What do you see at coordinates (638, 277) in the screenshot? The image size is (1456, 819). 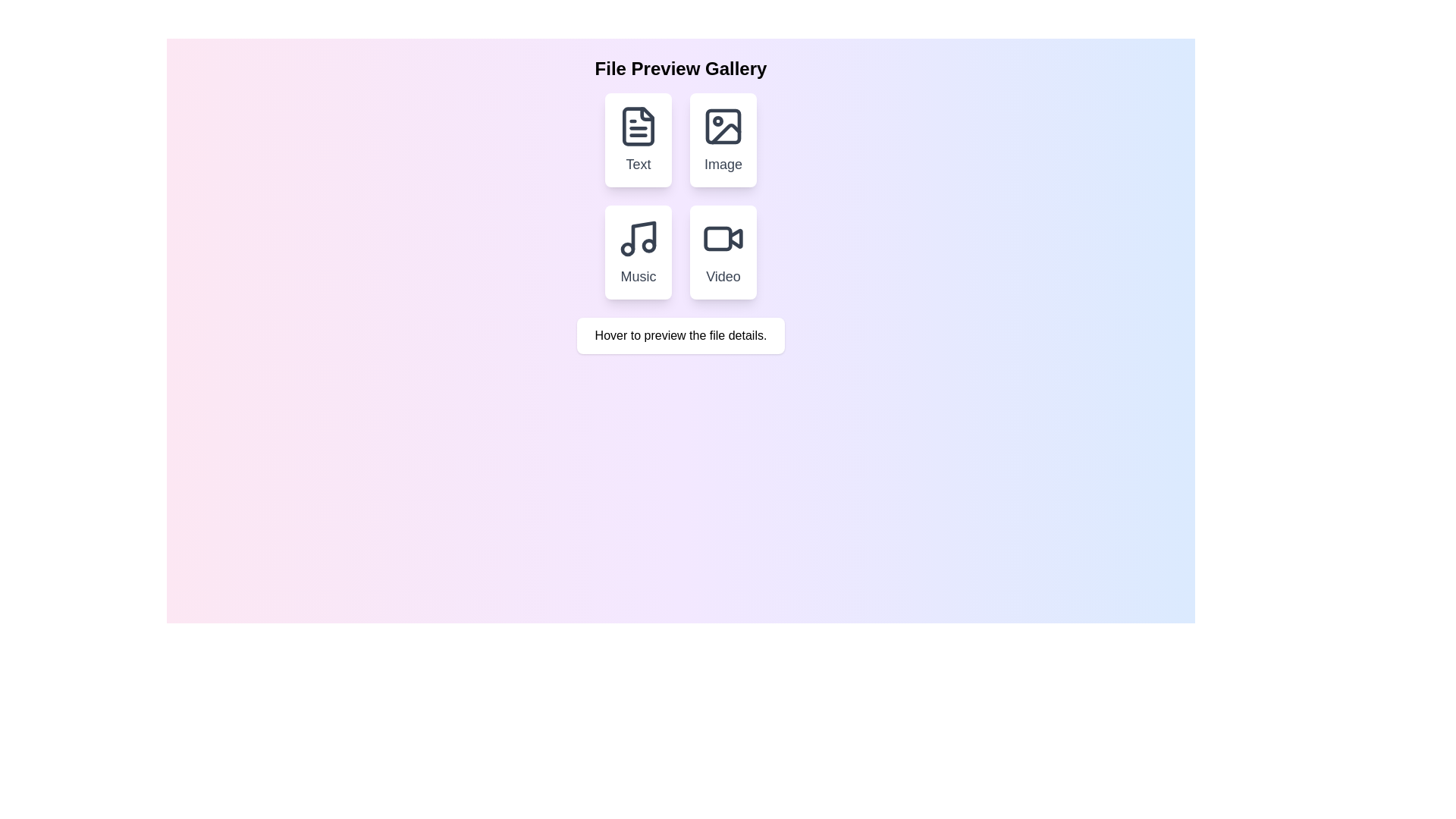 I see `text label displaying 'Music' in dark gray, located in the card titled 'Music' in the bottom row, left column of the grid layout` at bounding box center [638, 277].